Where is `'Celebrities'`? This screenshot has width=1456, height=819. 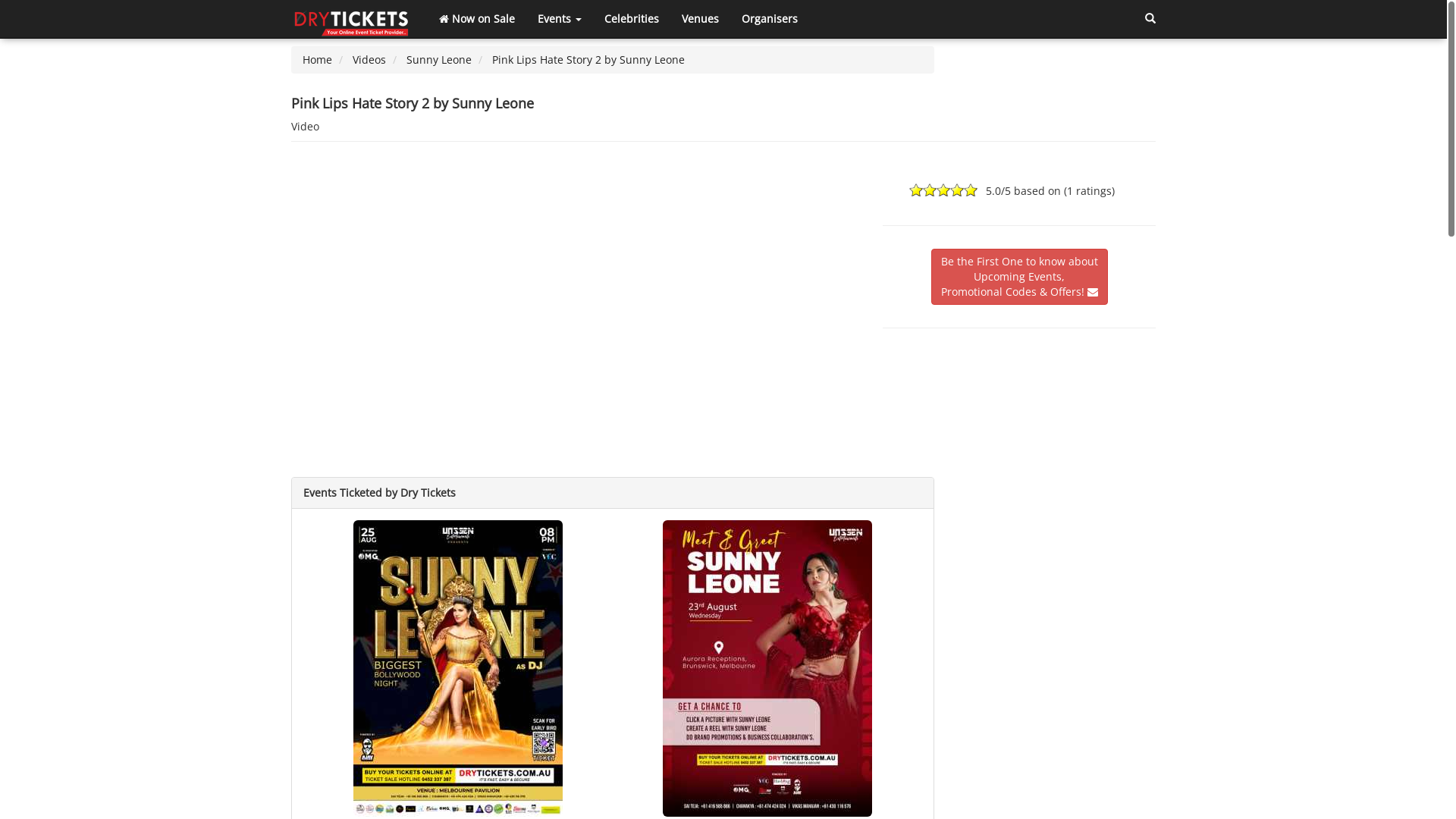 'Celebrities' is located at coordinates (632, 18).